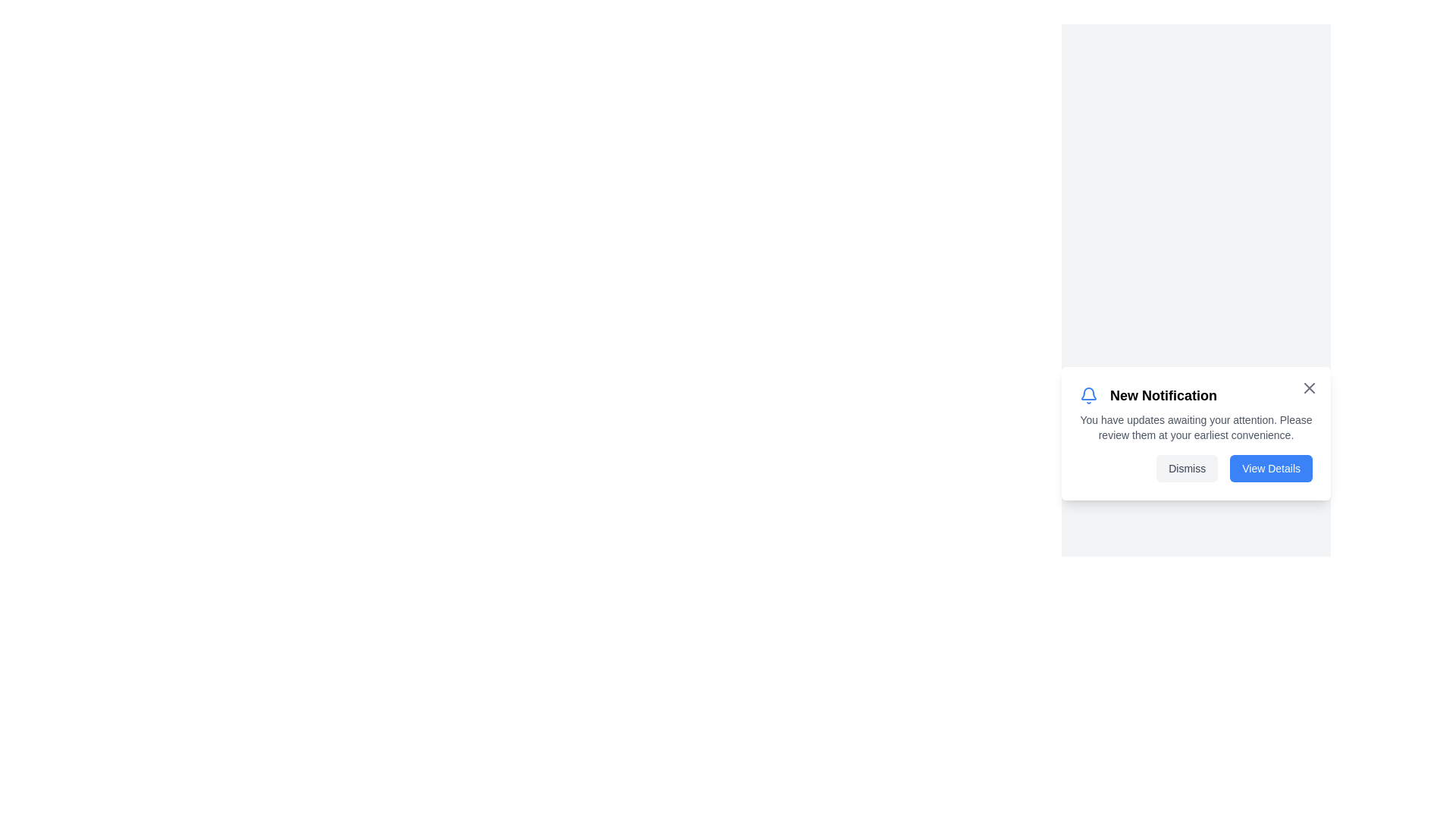  I want to click on the 'View Details' button to view more information about the notification, so click(1270, 467).